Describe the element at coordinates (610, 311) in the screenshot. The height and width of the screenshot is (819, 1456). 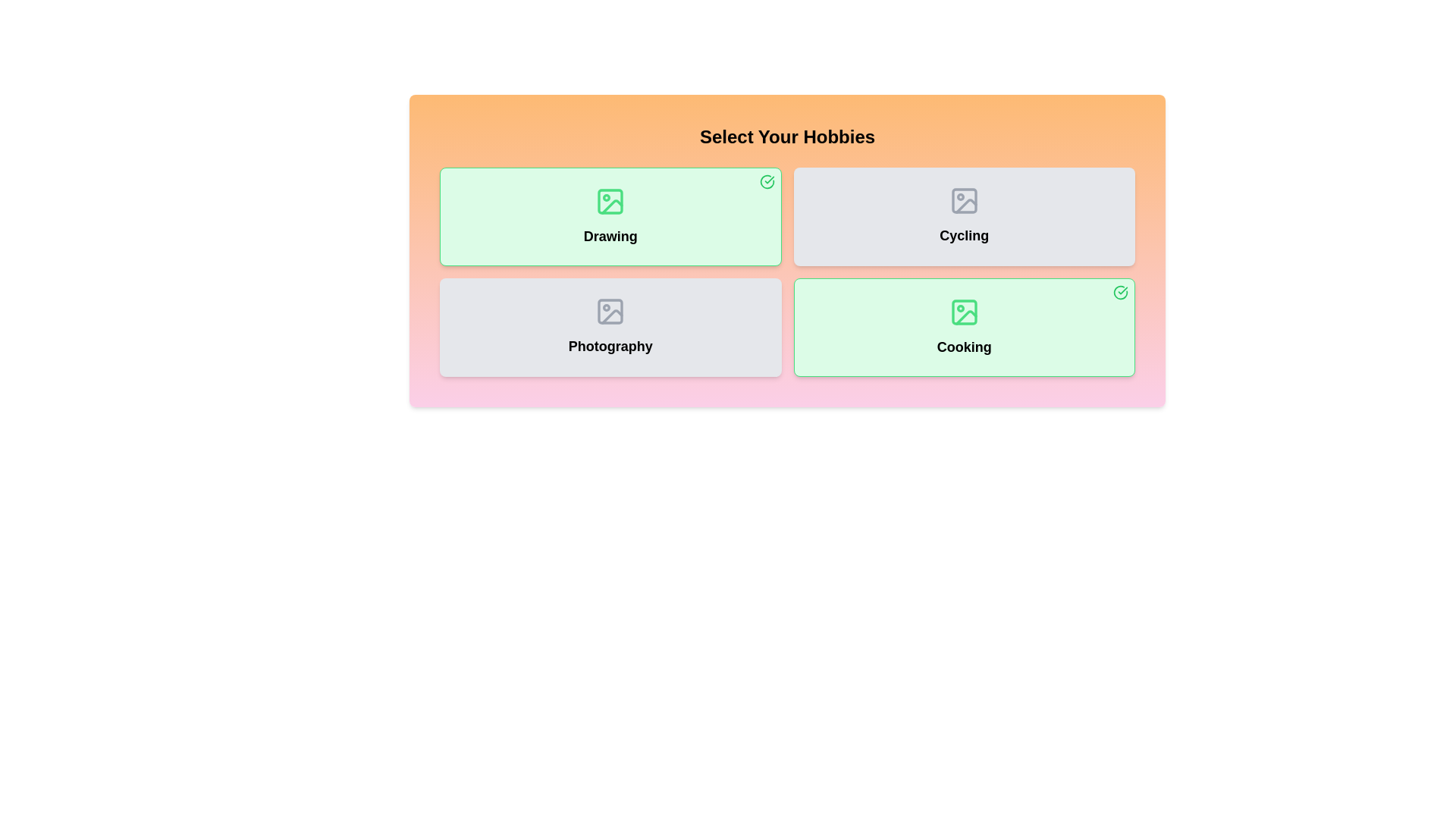
I see `the image icon of the hobby card corresponding to Photography` at that location.